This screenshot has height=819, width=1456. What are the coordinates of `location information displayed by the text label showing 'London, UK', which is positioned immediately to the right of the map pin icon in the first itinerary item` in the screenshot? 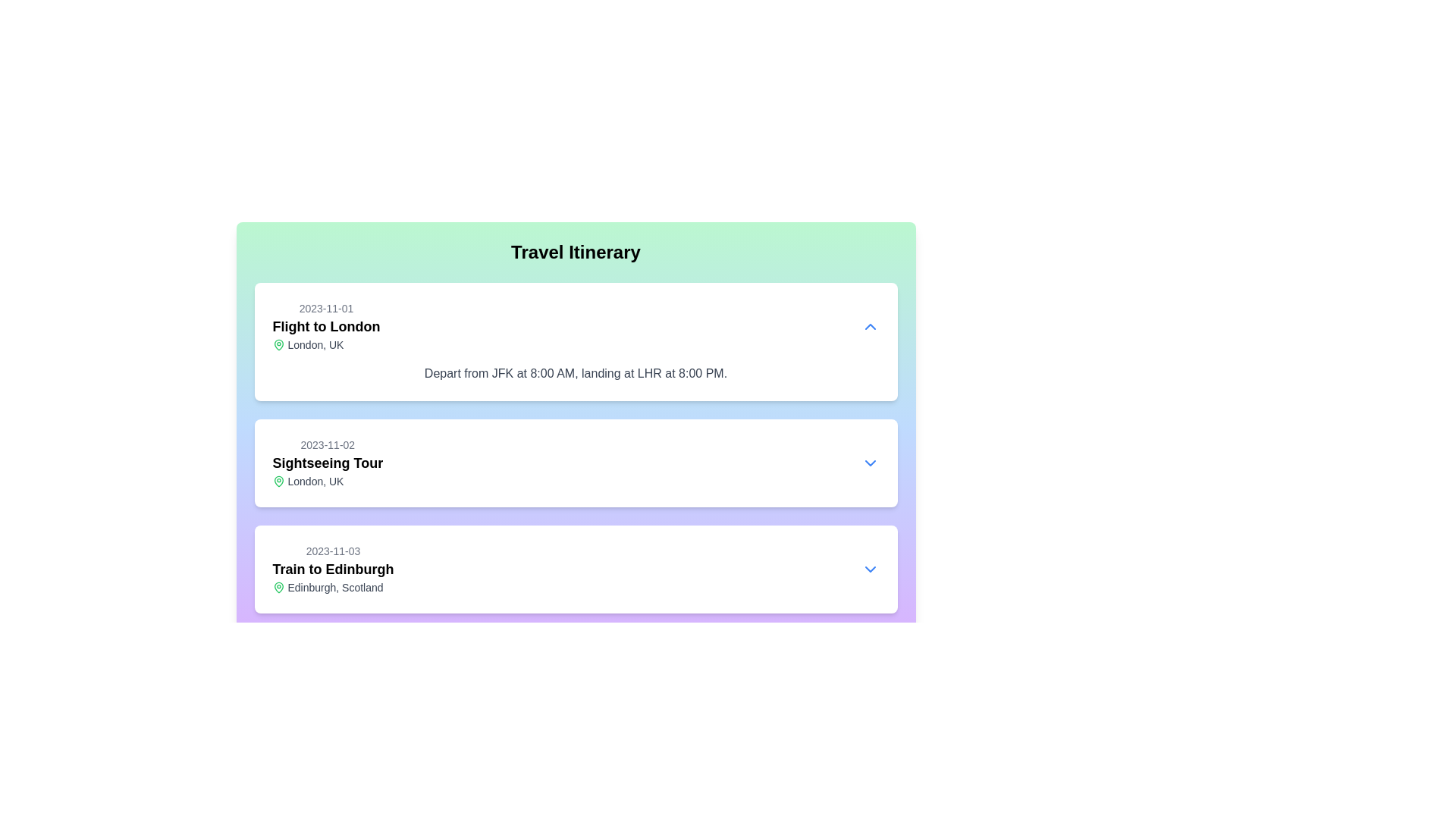 It's located at (315, 345).